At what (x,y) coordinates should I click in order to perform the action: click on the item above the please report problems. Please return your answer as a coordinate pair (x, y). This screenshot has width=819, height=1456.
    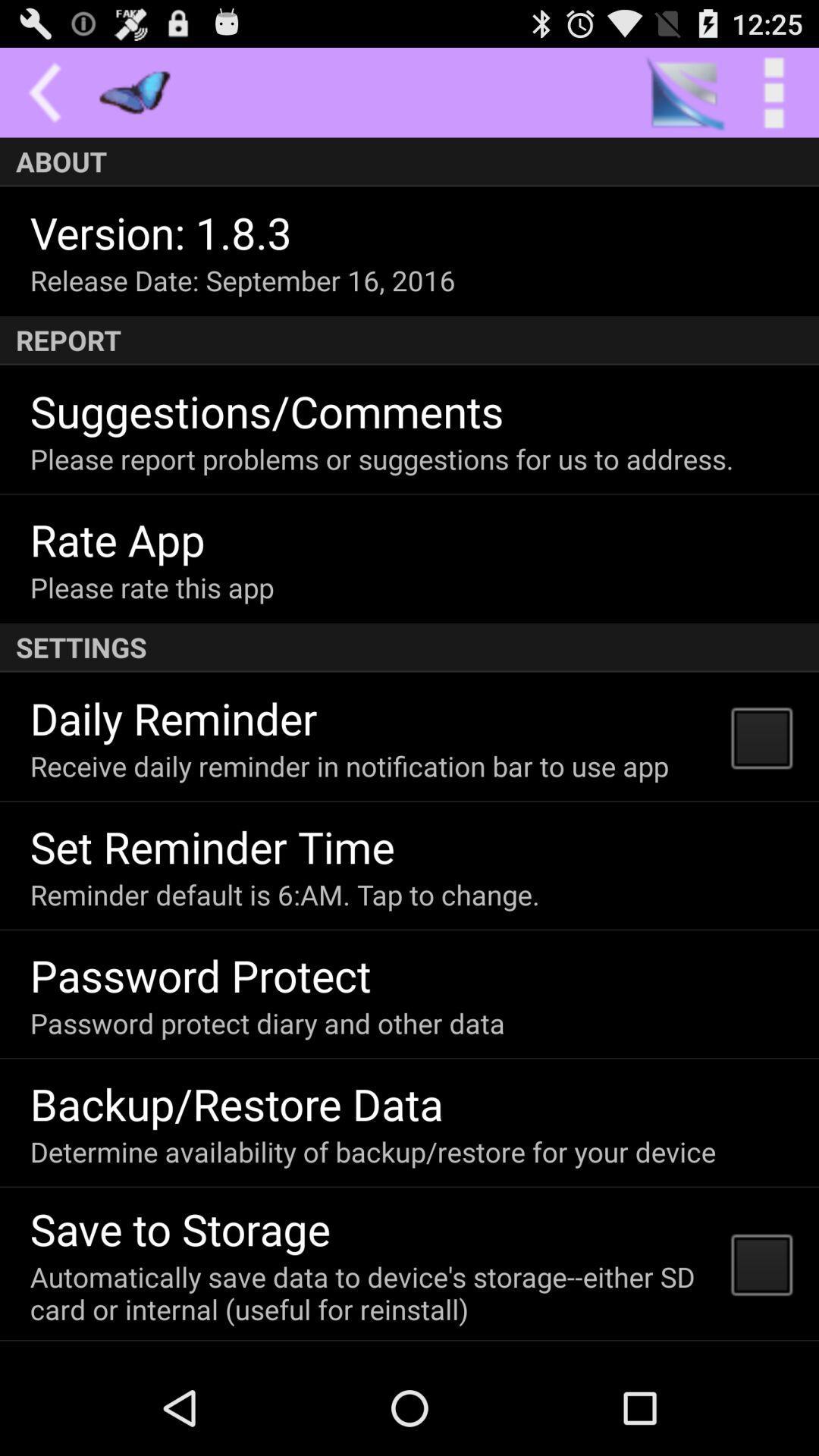
    Looking at the image, I should click on (266, 410).